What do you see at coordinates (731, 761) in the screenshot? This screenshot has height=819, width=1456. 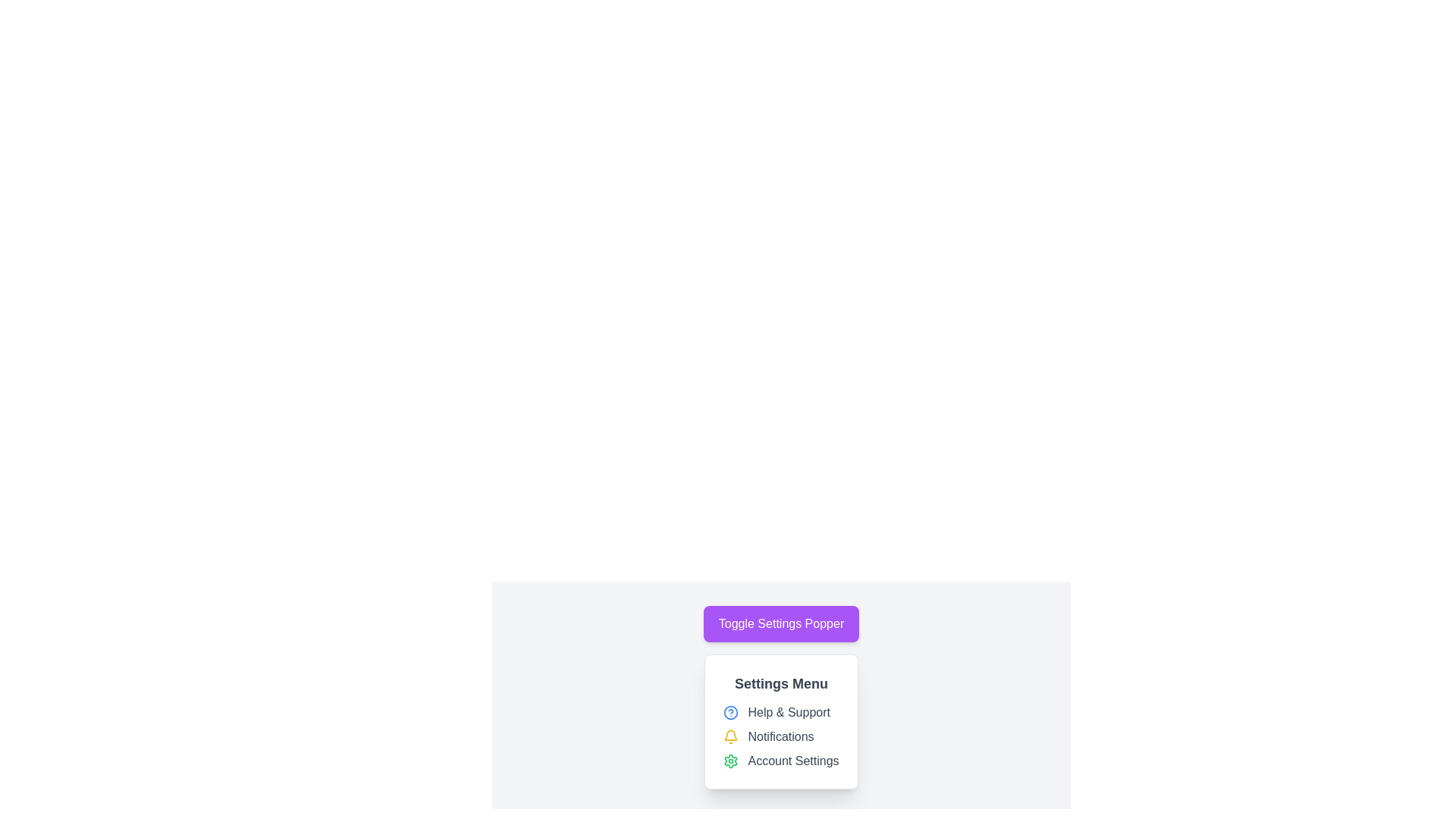 I see `the gear-shaped icon component located in the 'Settings Menu' popup interface` at bounding box center [731, 761].